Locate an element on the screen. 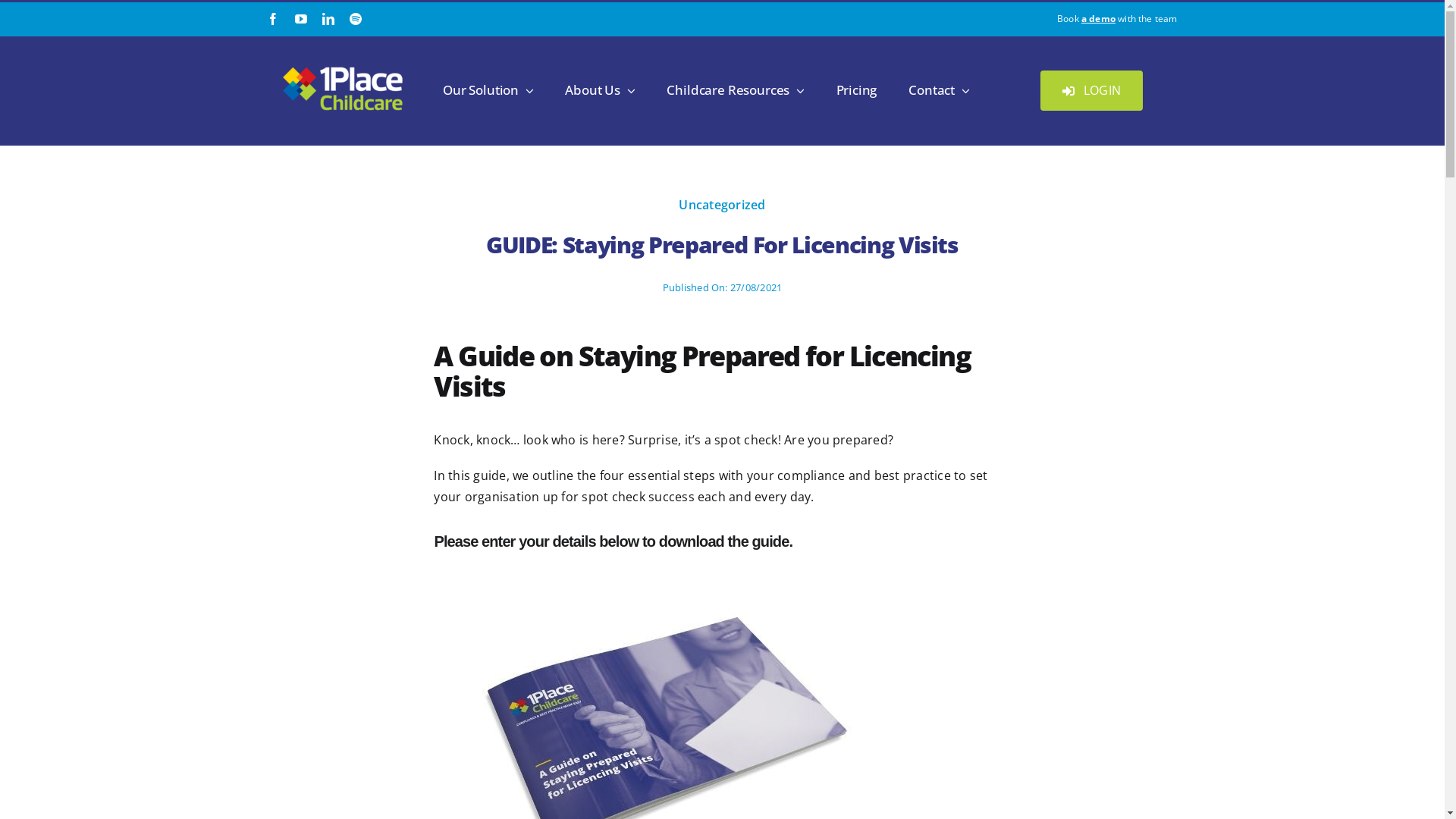  'Facebook' is located at coordinates (273, 18).